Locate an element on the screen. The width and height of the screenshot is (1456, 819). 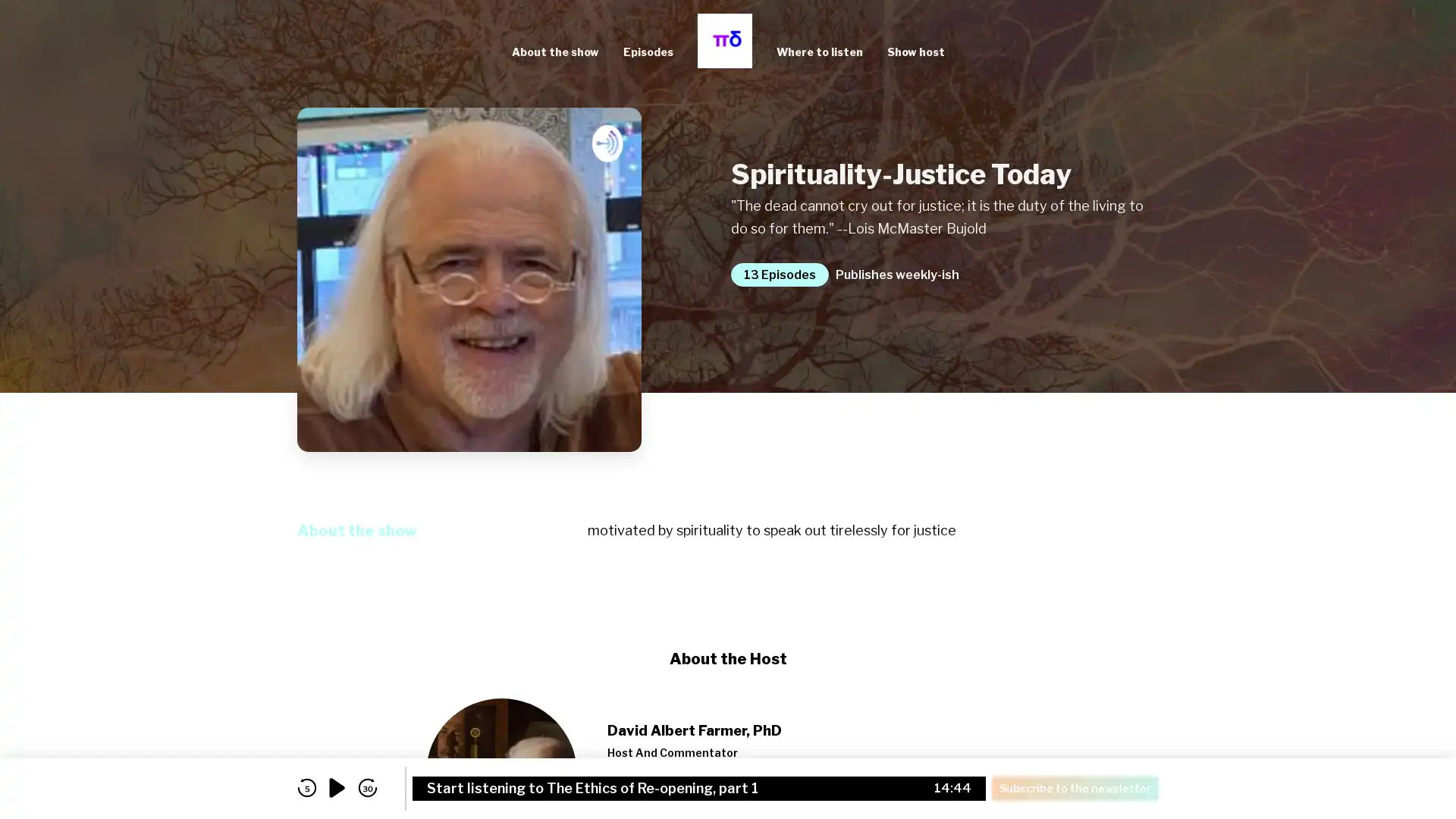
skip back 5 seconds is located at coordinates (306, 787).